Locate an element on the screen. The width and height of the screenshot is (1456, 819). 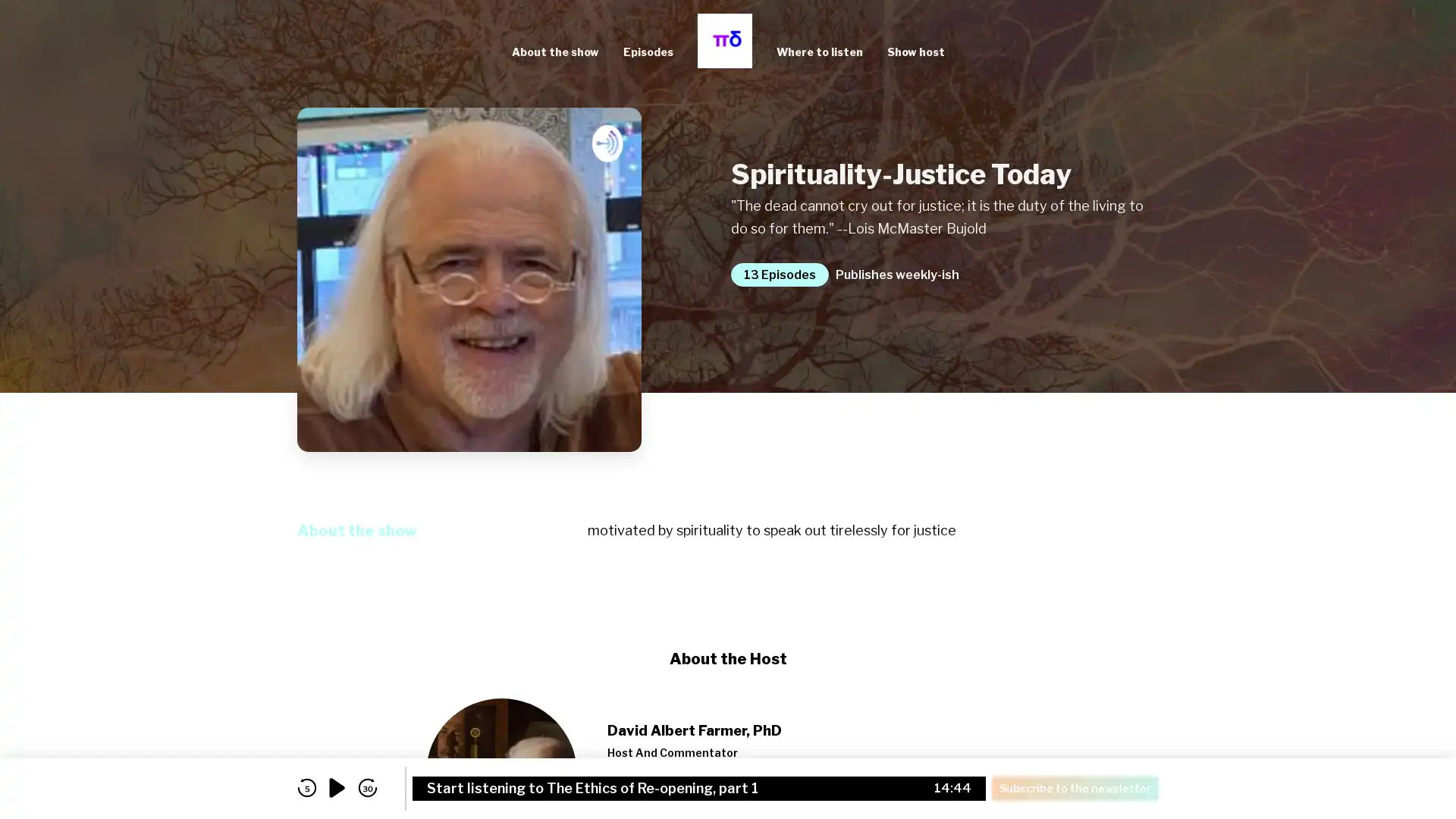
skip back 5 seconds is located at coordinates (306, 787).